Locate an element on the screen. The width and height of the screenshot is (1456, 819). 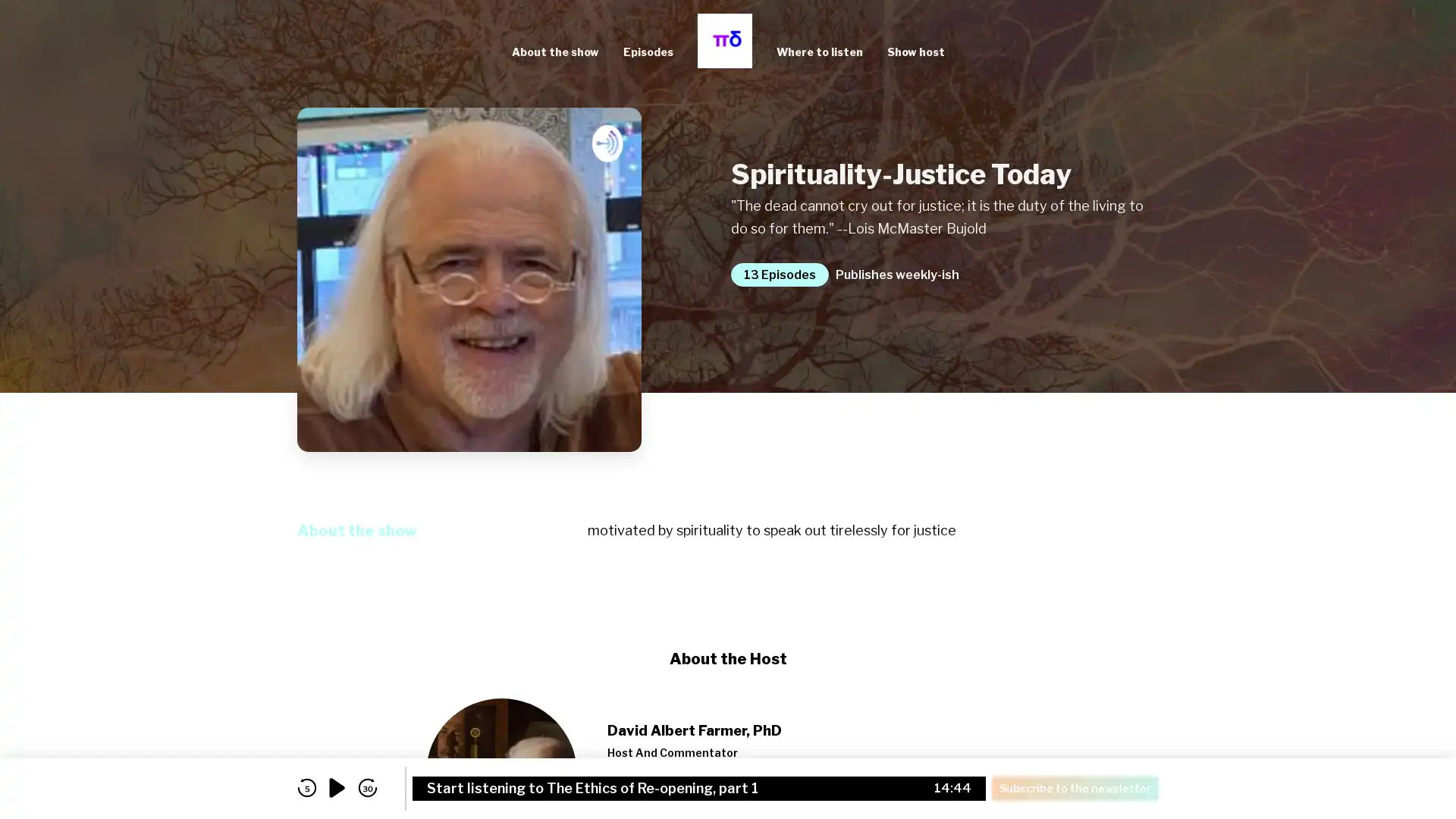
skip back 5 seconds is located at coordinates (306, 787).